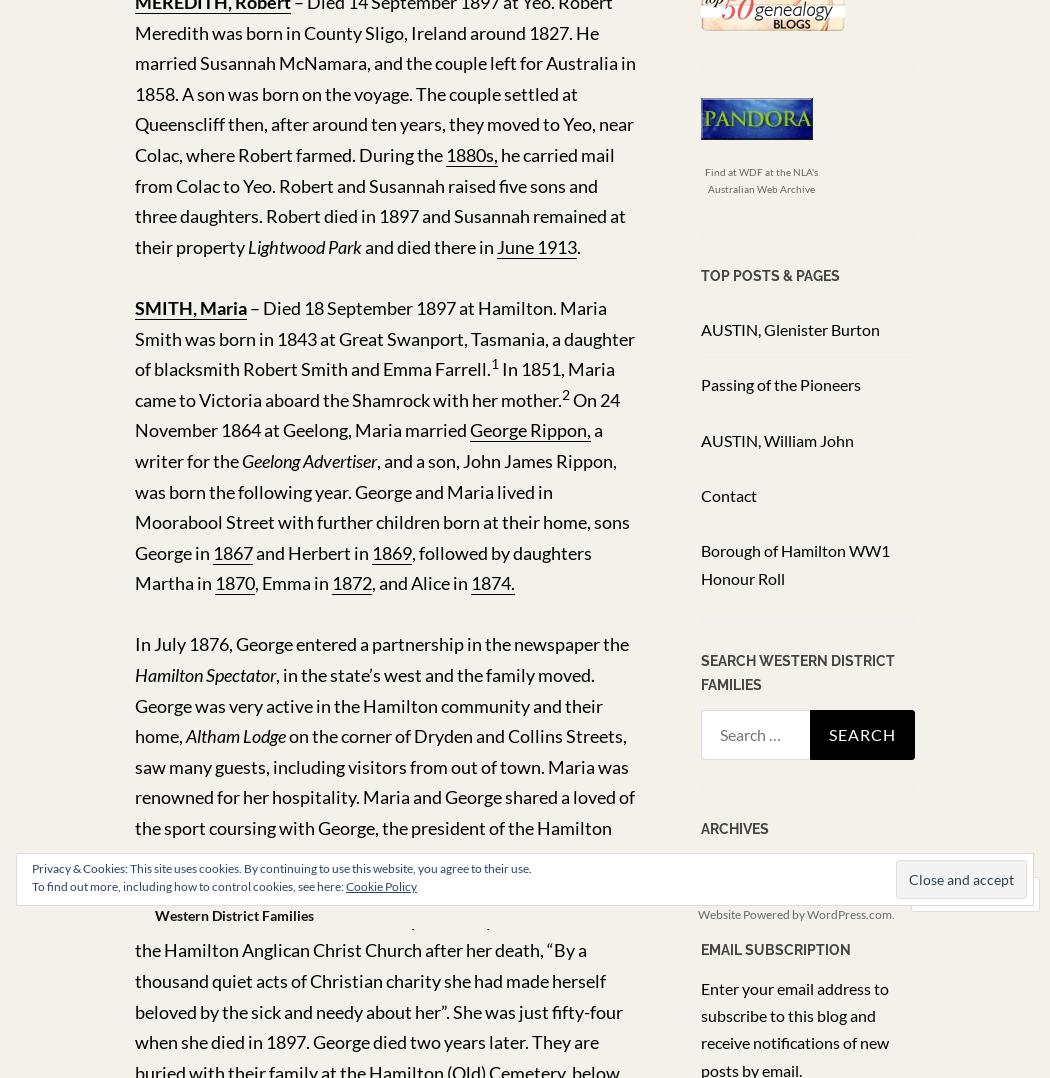 This screenshot has height=1078, width=1050. What do you see at coordinates (788, 327) in the screenshot?
I see `'AUSTIN, Glenister Burton'` at bounding box center [788, 327].